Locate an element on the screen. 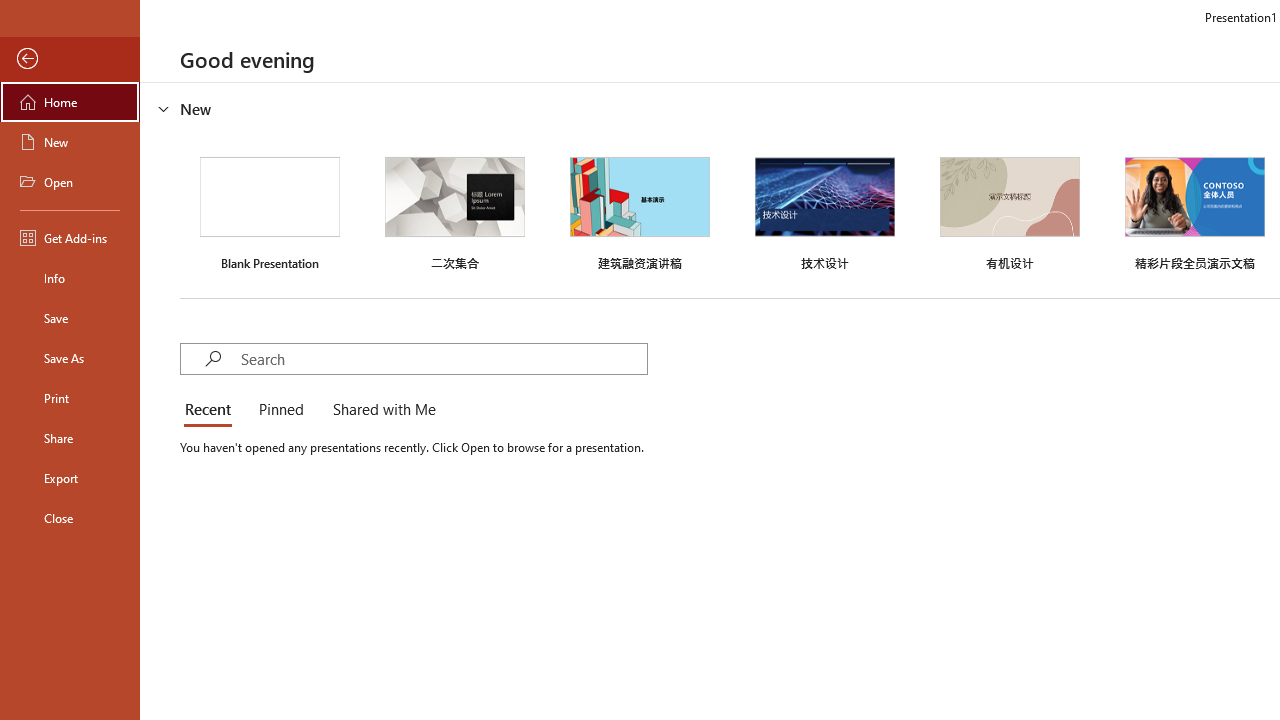  'Home' is located at coordinates (69, 101).